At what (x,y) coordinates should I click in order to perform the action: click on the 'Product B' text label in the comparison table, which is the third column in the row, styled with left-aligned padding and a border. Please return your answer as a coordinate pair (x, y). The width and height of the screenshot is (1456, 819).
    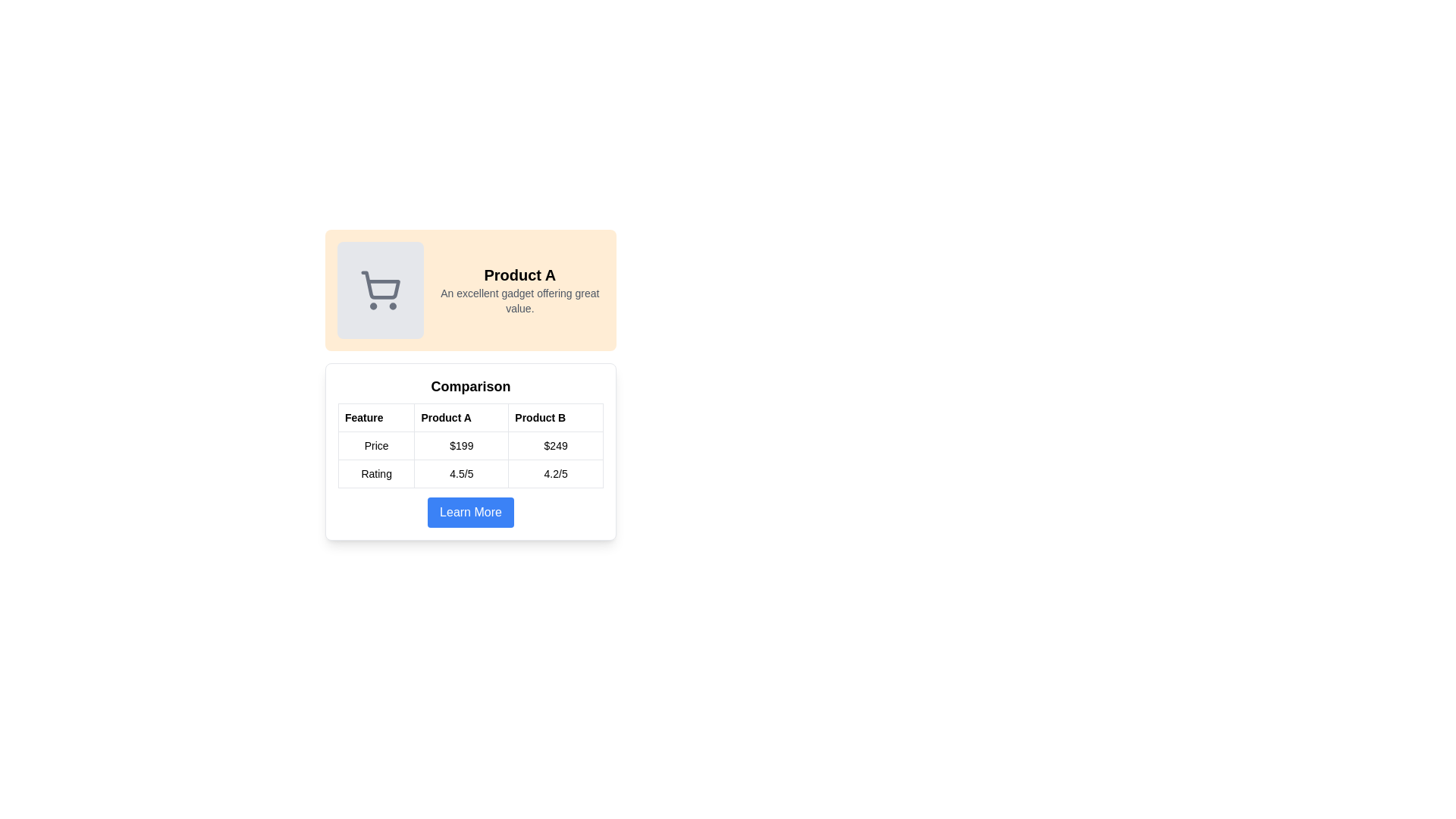
    Looking at the image, I should click on (555, 418).